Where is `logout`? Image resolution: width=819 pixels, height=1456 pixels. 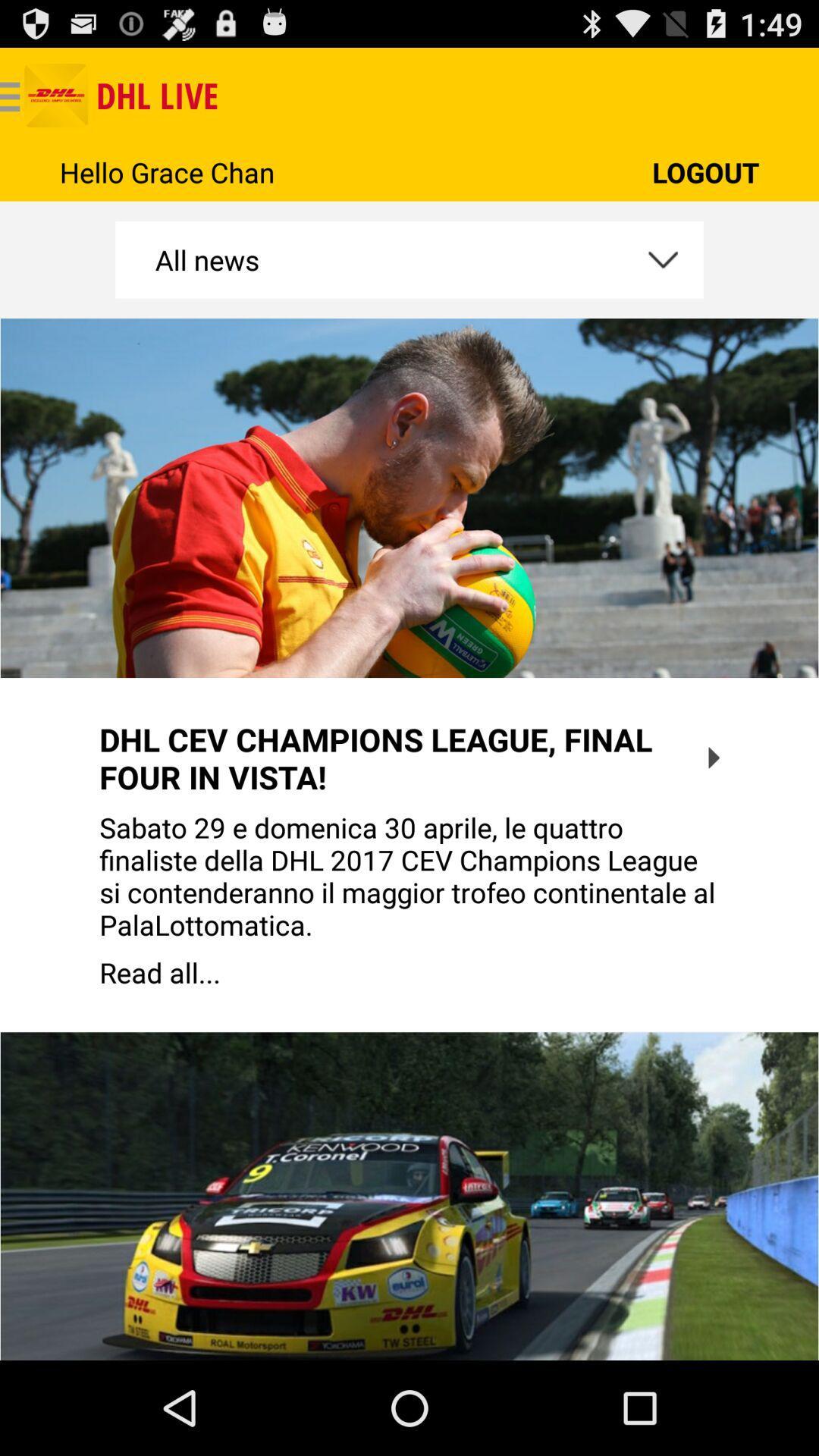
logout is located at coordinates (705, 172).